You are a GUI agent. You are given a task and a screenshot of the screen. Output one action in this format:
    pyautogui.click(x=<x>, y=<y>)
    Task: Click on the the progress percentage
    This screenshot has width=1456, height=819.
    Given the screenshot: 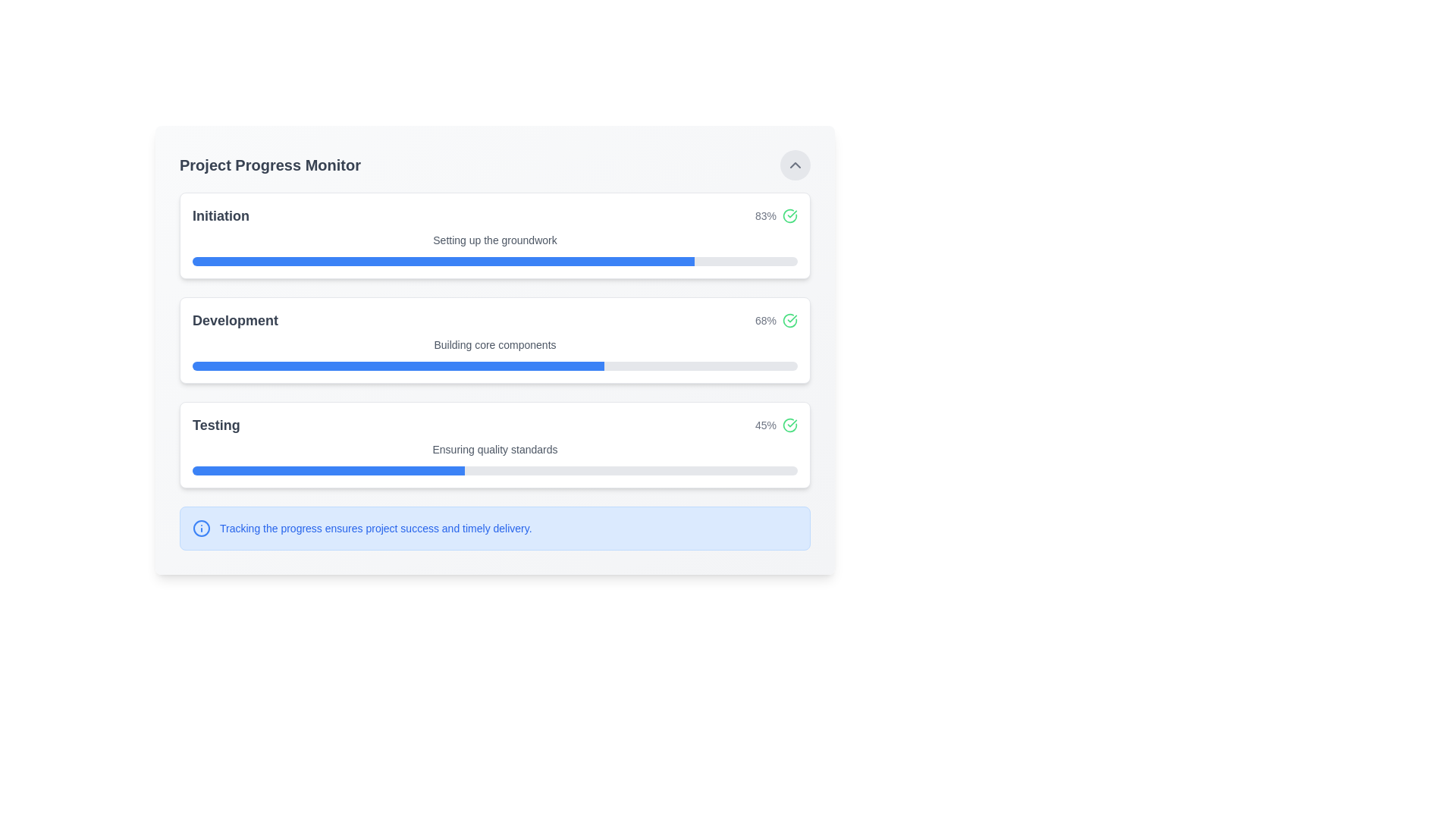 What is the action you would take?
    pyautogui.click(x=390, y=366)
    